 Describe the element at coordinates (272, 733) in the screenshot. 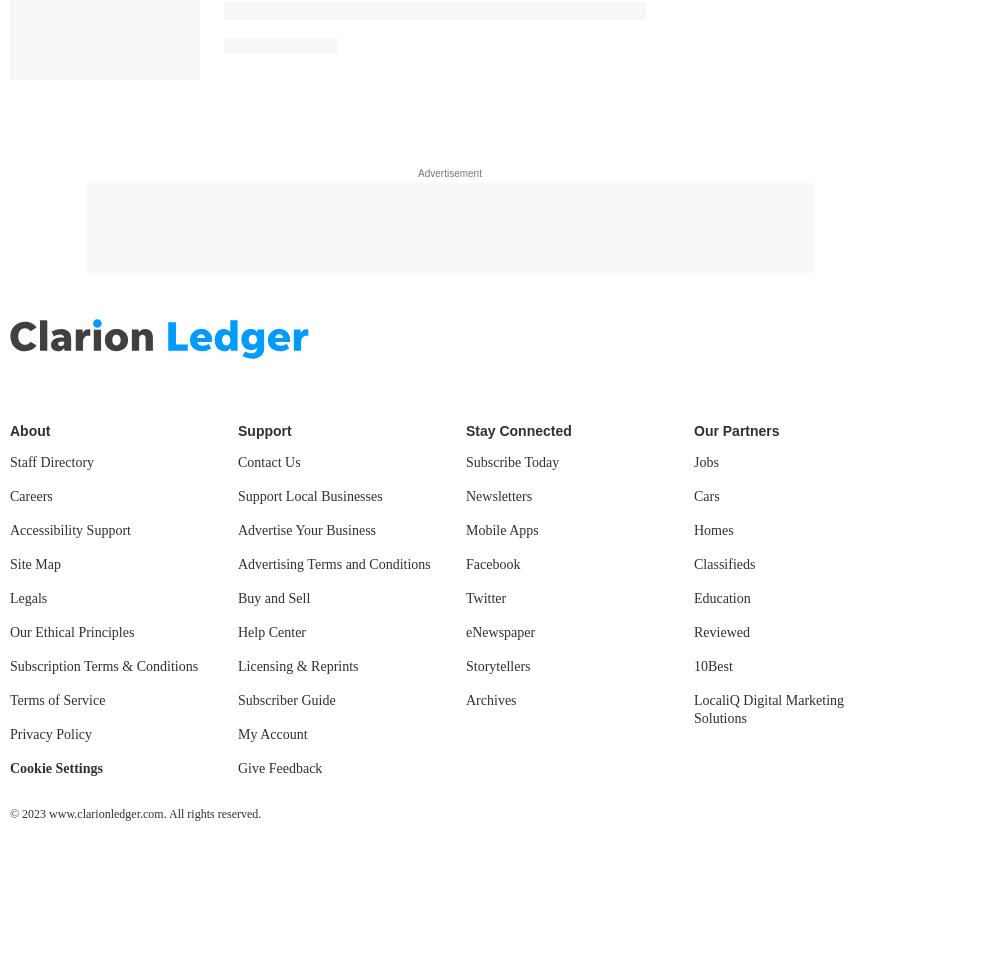

I see `'My Account'` at that location.